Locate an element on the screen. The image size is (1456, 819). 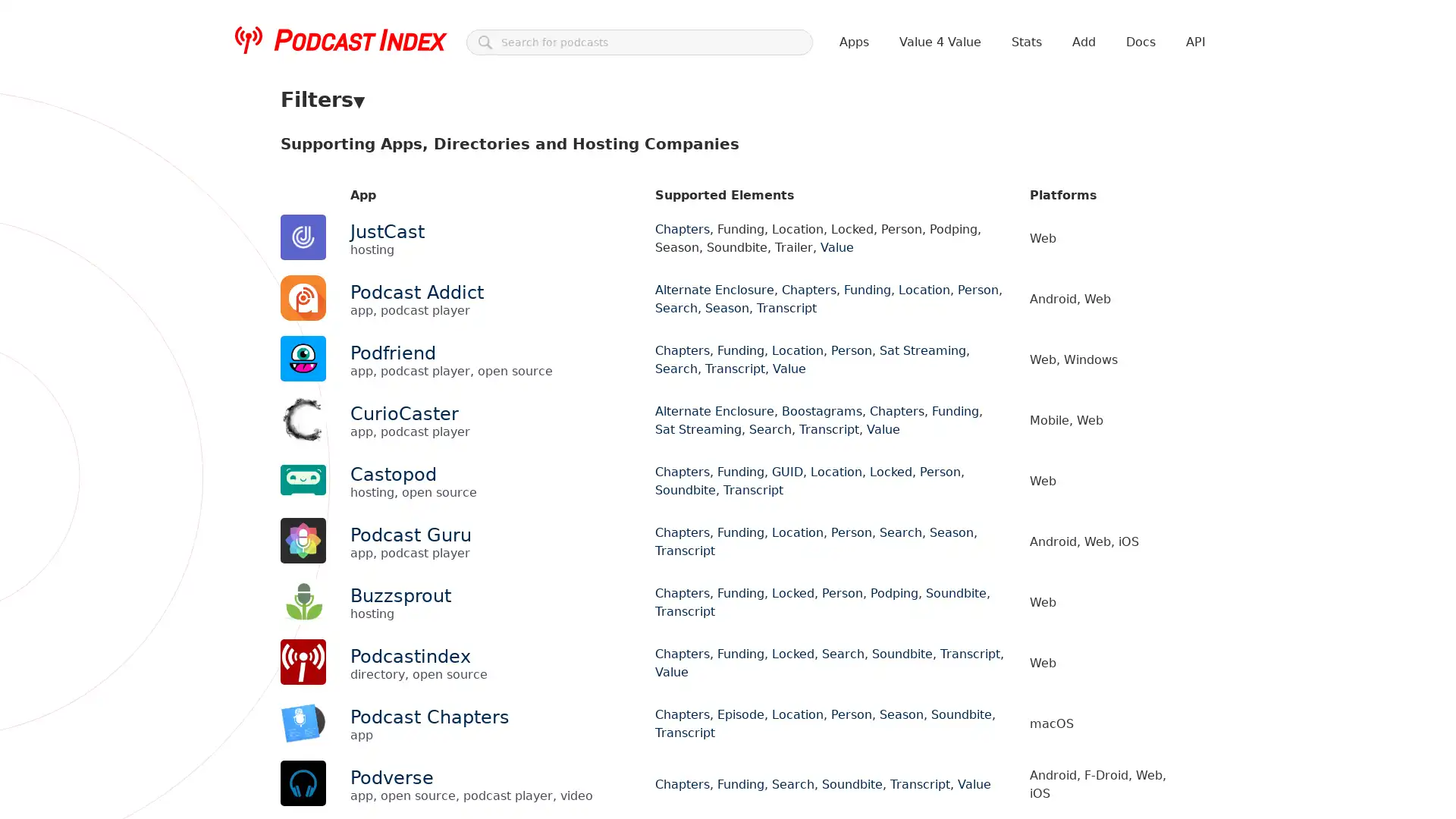
Video is located at coordinates (303, 175).